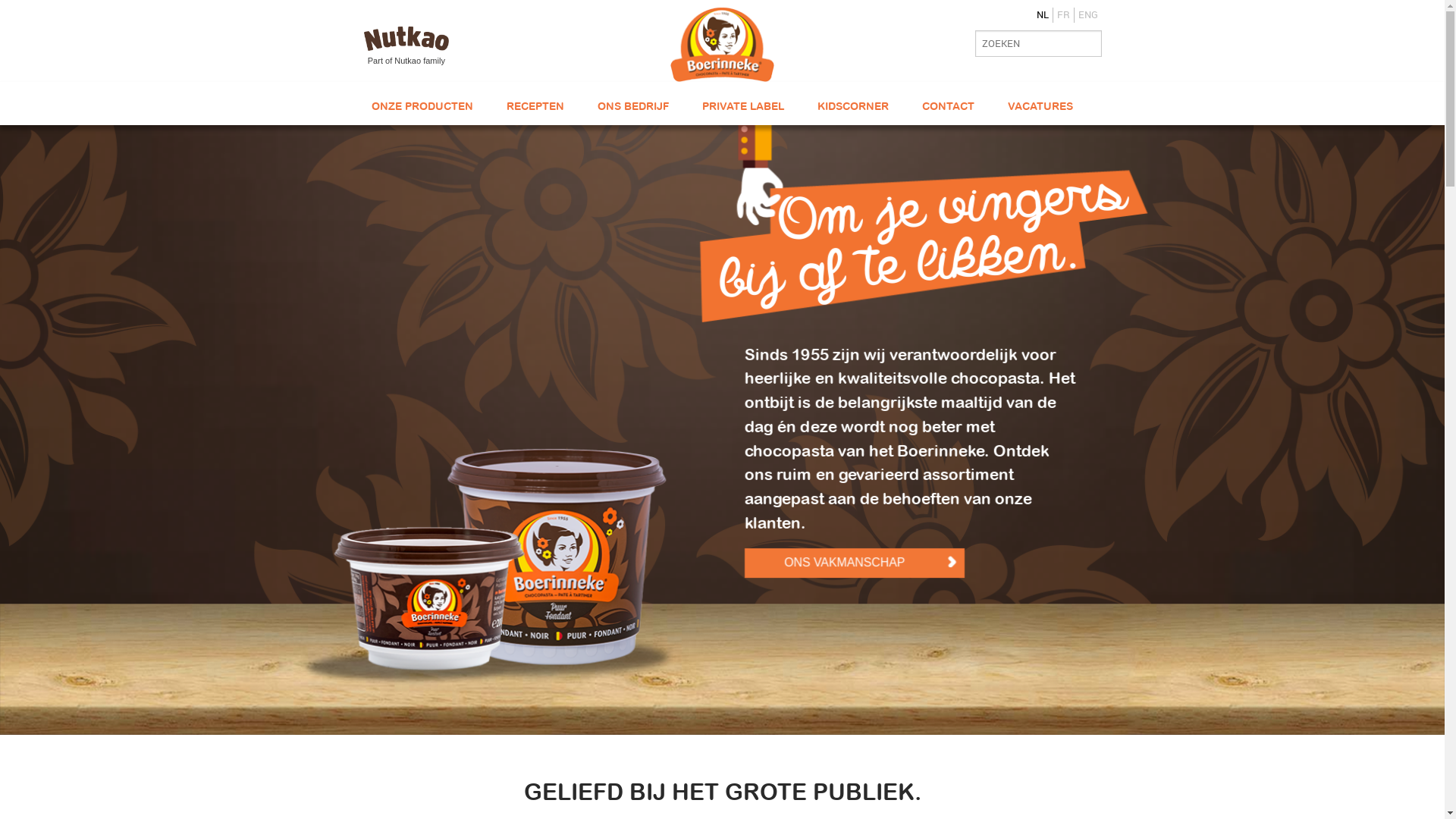 This screenshot has height=819, width=1456. Describe the element at coordinates (633, 105) in the screenshot. I see `'ONS BEDRIJF'` at that location.